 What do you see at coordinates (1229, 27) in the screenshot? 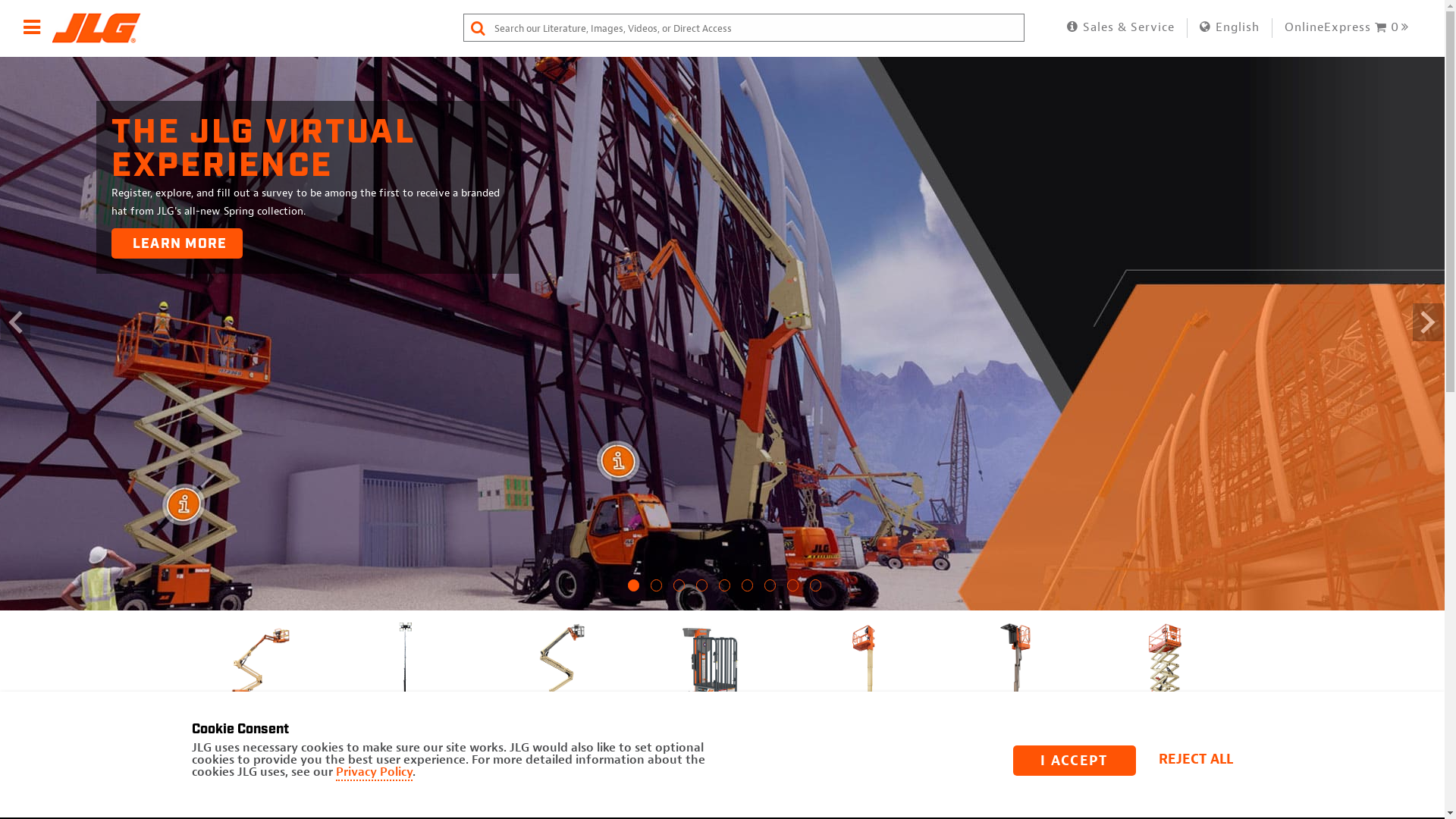
I see `'English'` at bounding box center [1229, 27].